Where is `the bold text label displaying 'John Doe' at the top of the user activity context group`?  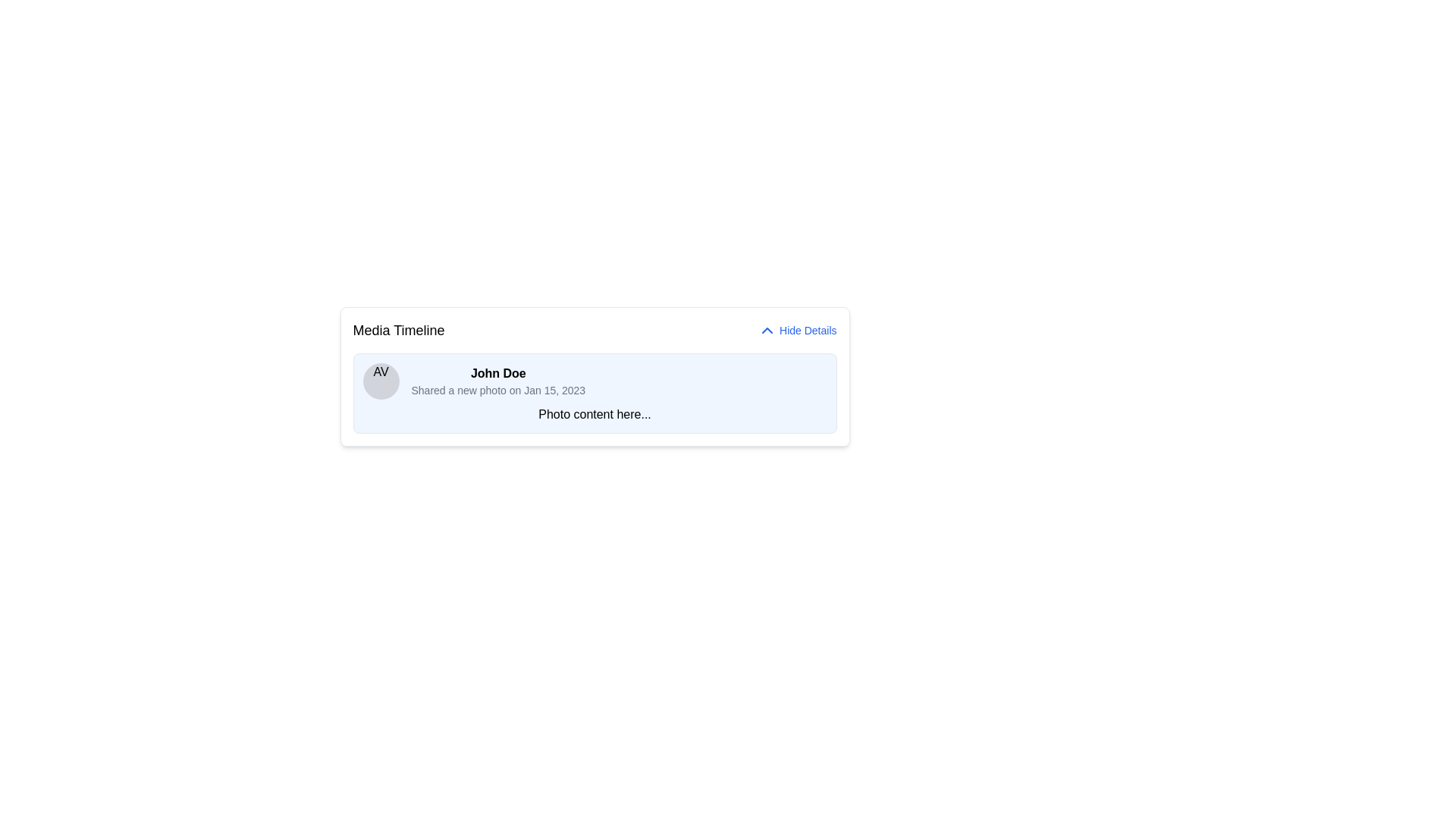
the bold text label displaying 'John Doe' at the top of the user activity context group is located at coordinates (498, 374).